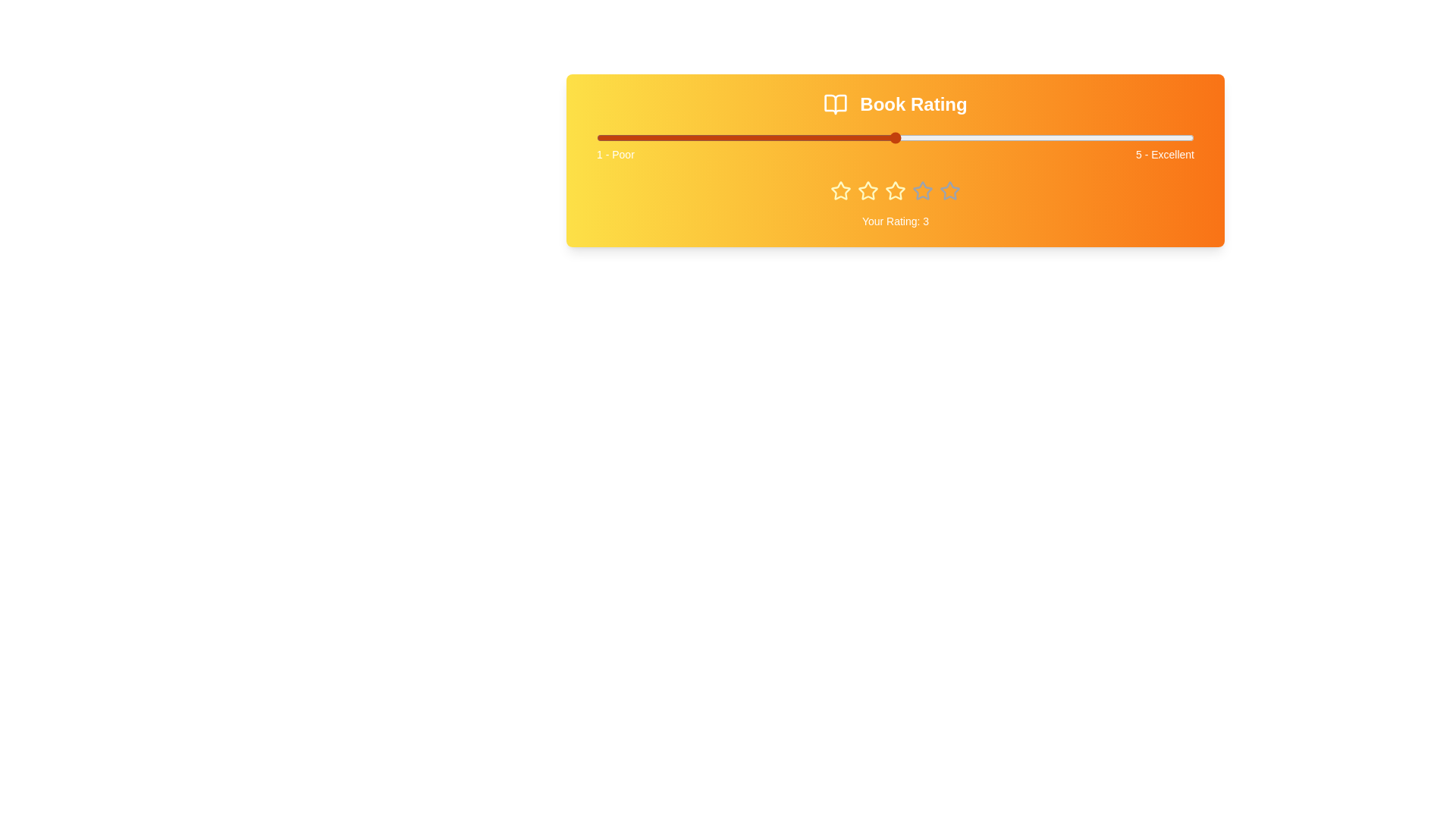 The width and height of the screenshot is (1456, 819). Describe the element at coordinates (895, 221) in the screenshot. I see `the text label displaying 'Your Rating: 3', which is located towards the bottom center of the highlighted rating section, below the star icons and surrounded by a yellow to orange gradient background` at that location.